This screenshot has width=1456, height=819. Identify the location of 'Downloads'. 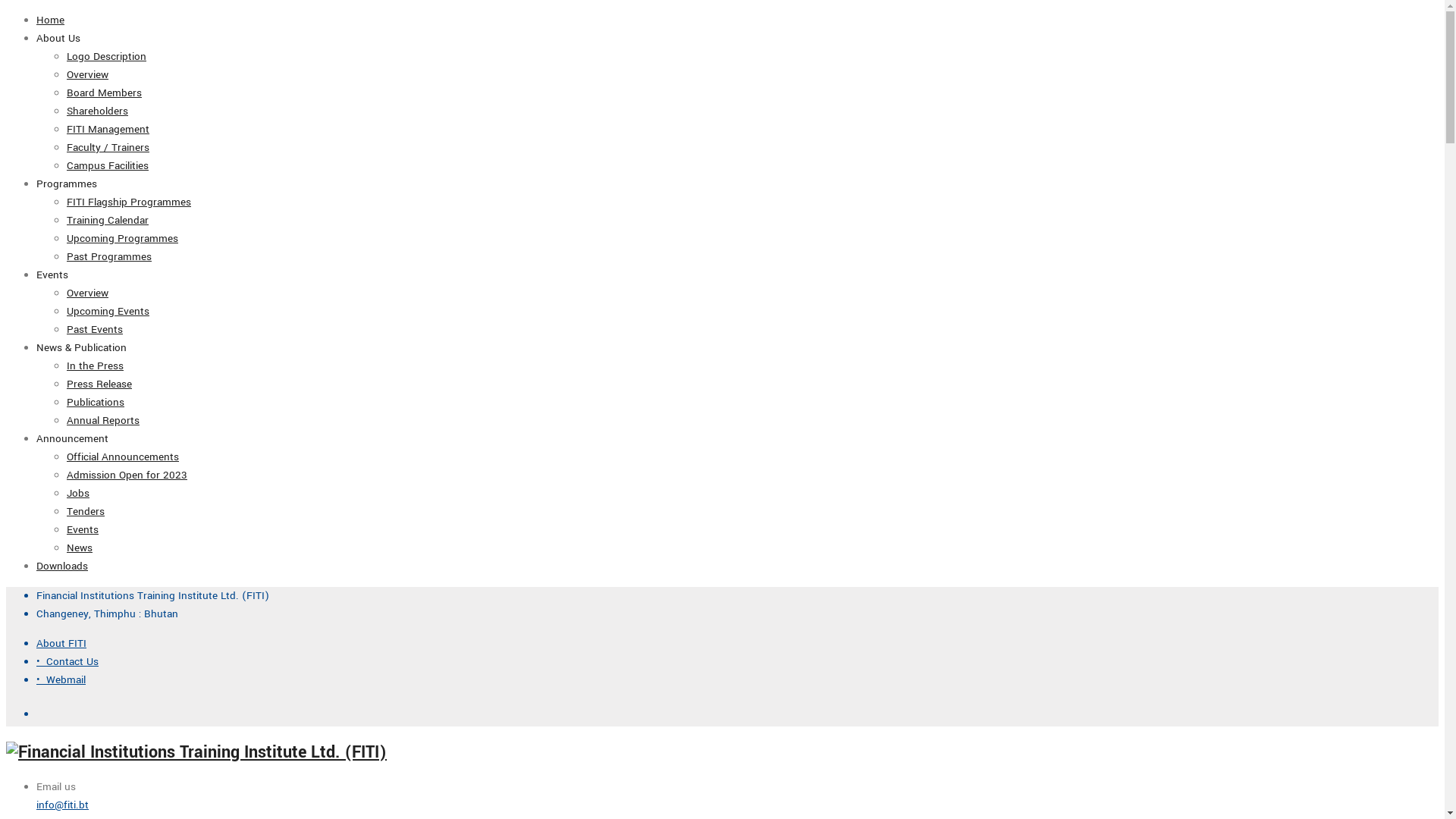
(61, 566).